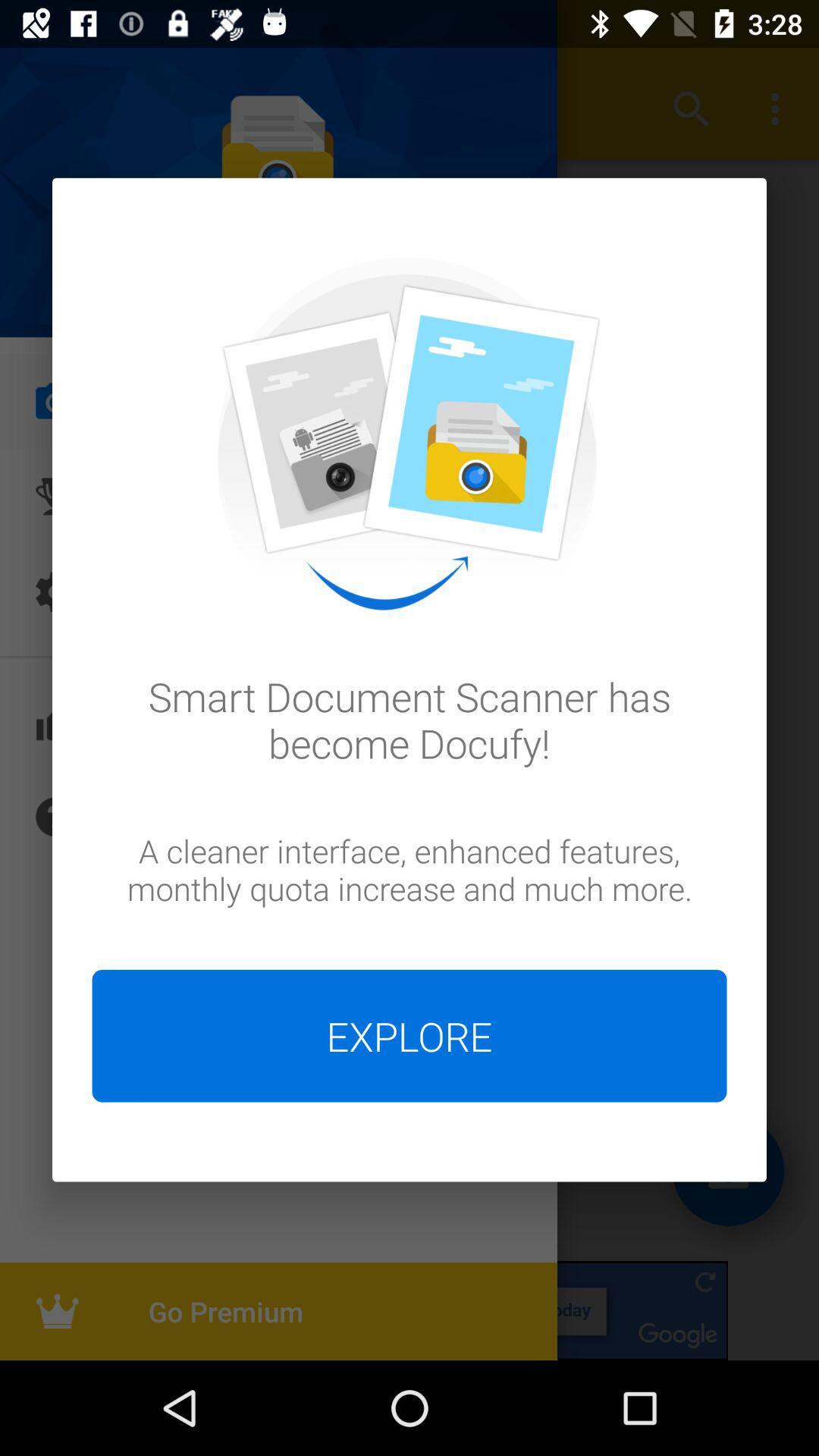 The height and width of the screenshot is (1456, 819). What do you see at coordinates (409, 1035) in the screenshot?
I see `the icon at the bottom` at bounding box center [409, 1035].